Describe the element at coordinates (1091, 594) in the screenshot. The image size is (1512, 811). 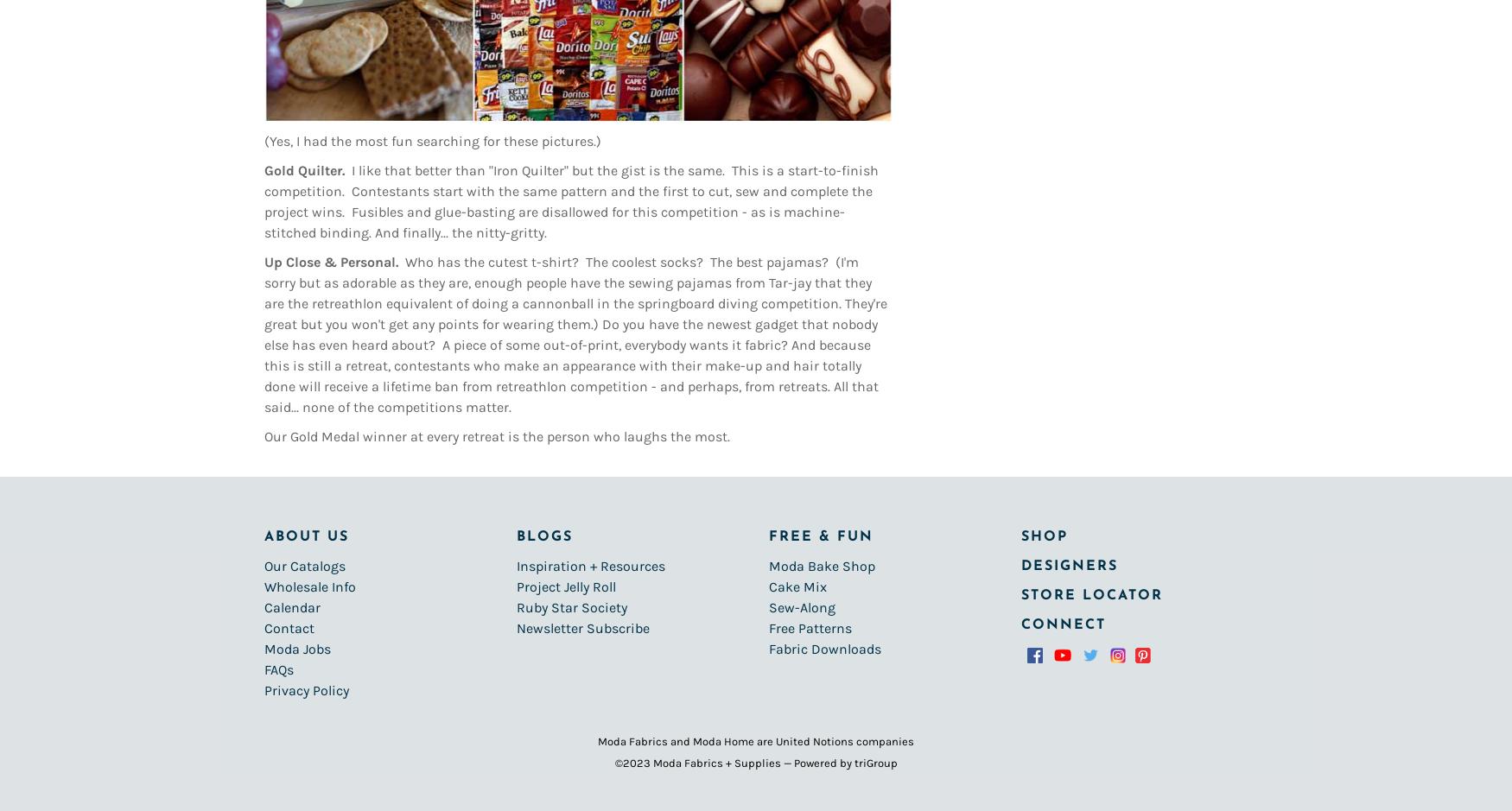
I see `'Store Locator'` at that location.